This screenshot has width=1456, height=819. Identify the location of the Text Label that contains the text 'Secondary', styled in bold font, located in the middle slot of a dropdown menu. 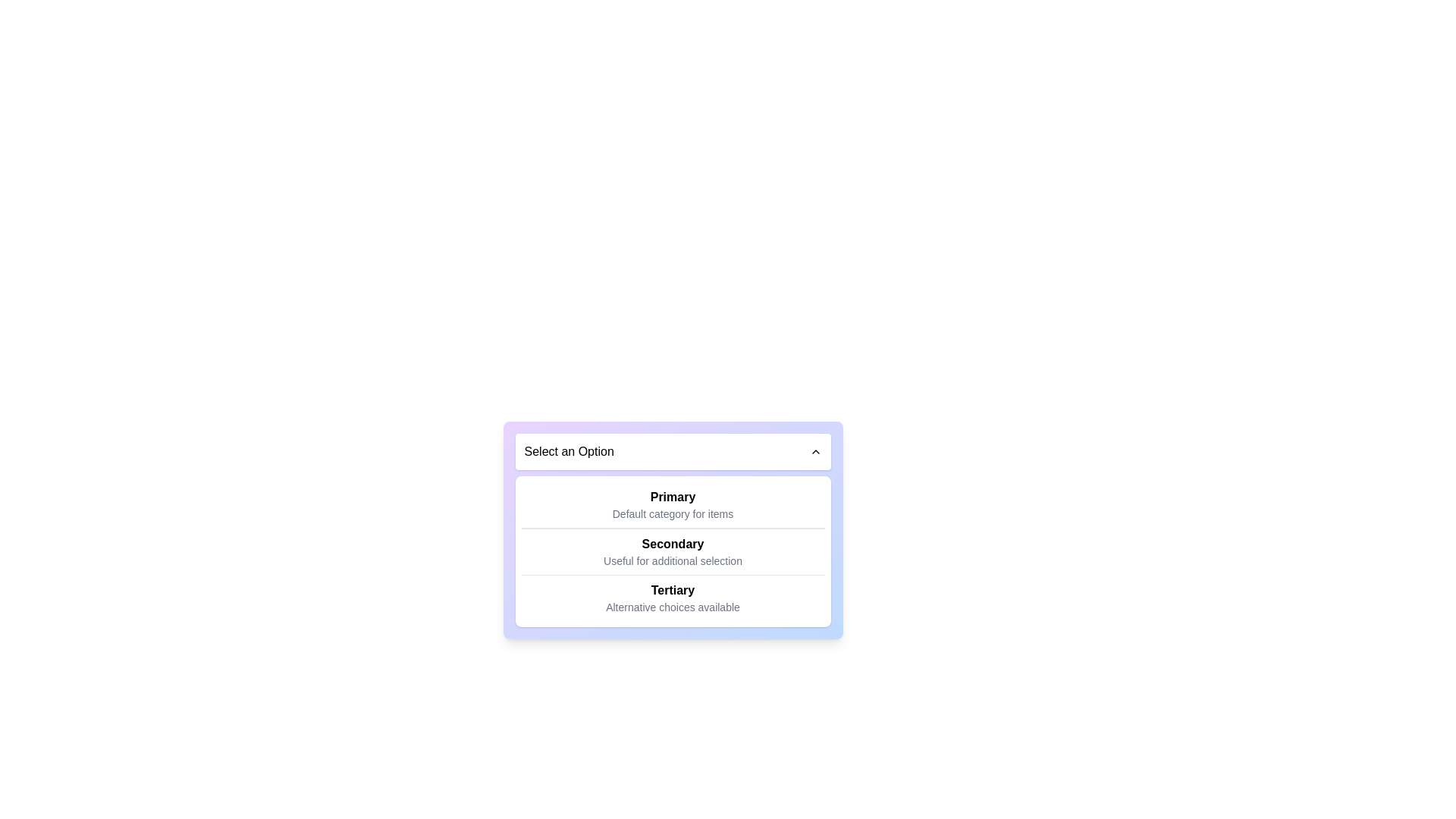
(672, 543).